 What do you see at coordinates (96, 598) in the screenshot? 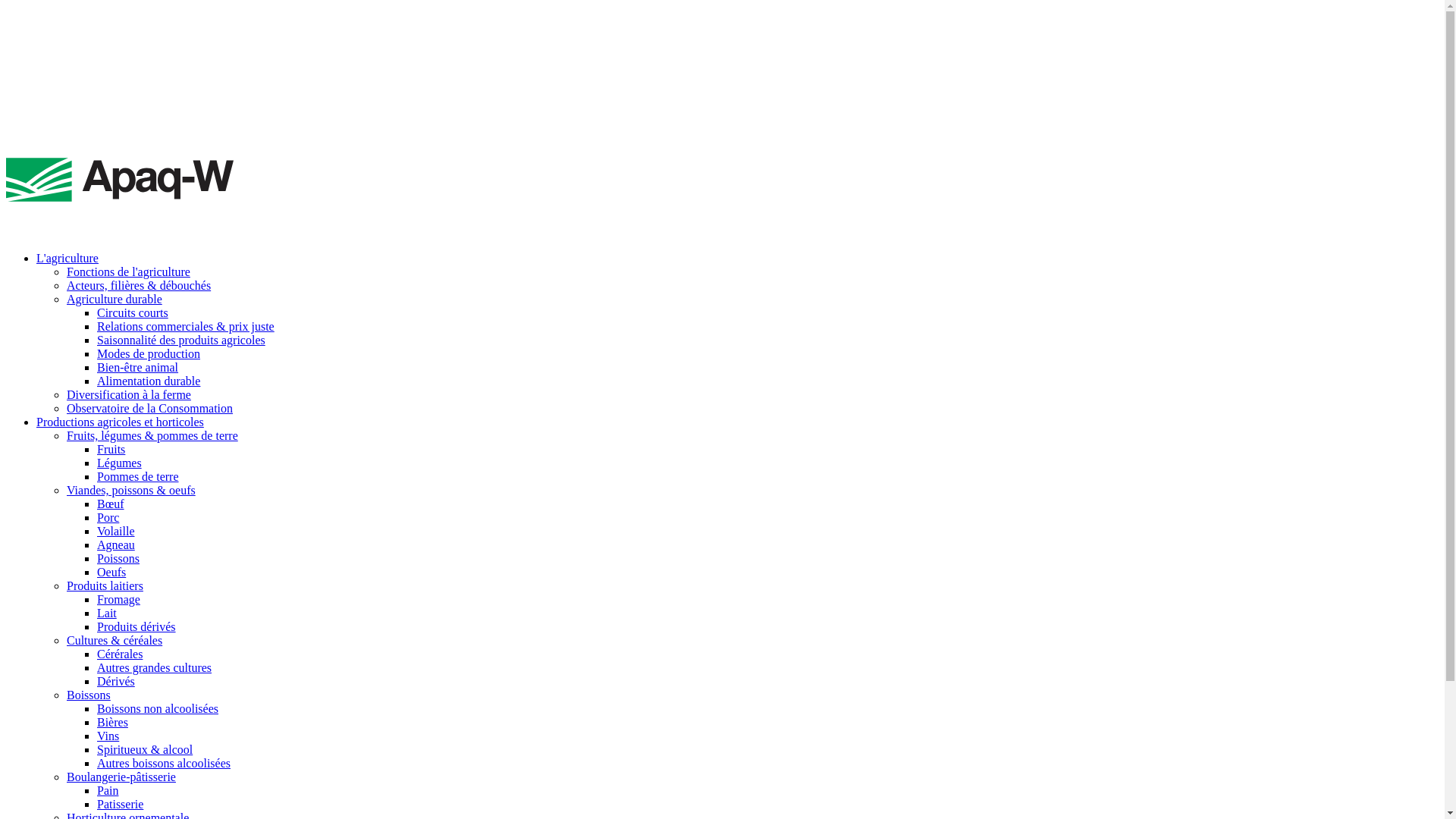
I see `'Fromage'` at bounding box center [96, 598].